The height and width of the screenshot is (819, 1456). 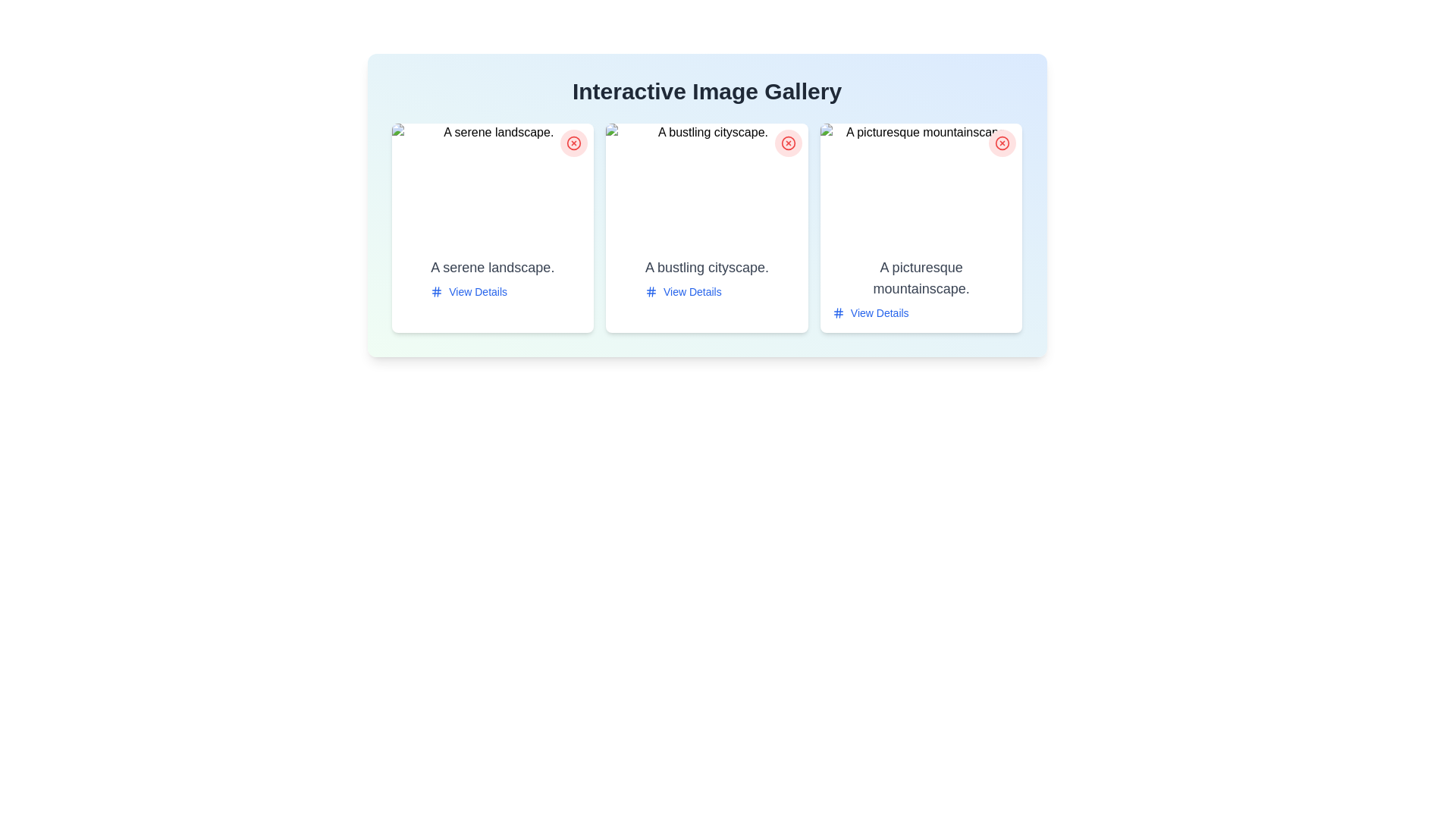 What do you see at coordinates (468, 292) in the screenshot?
I see `the 'View Details' link for the image with description 'A serene landscape.'` at bounding box center [468, 292].